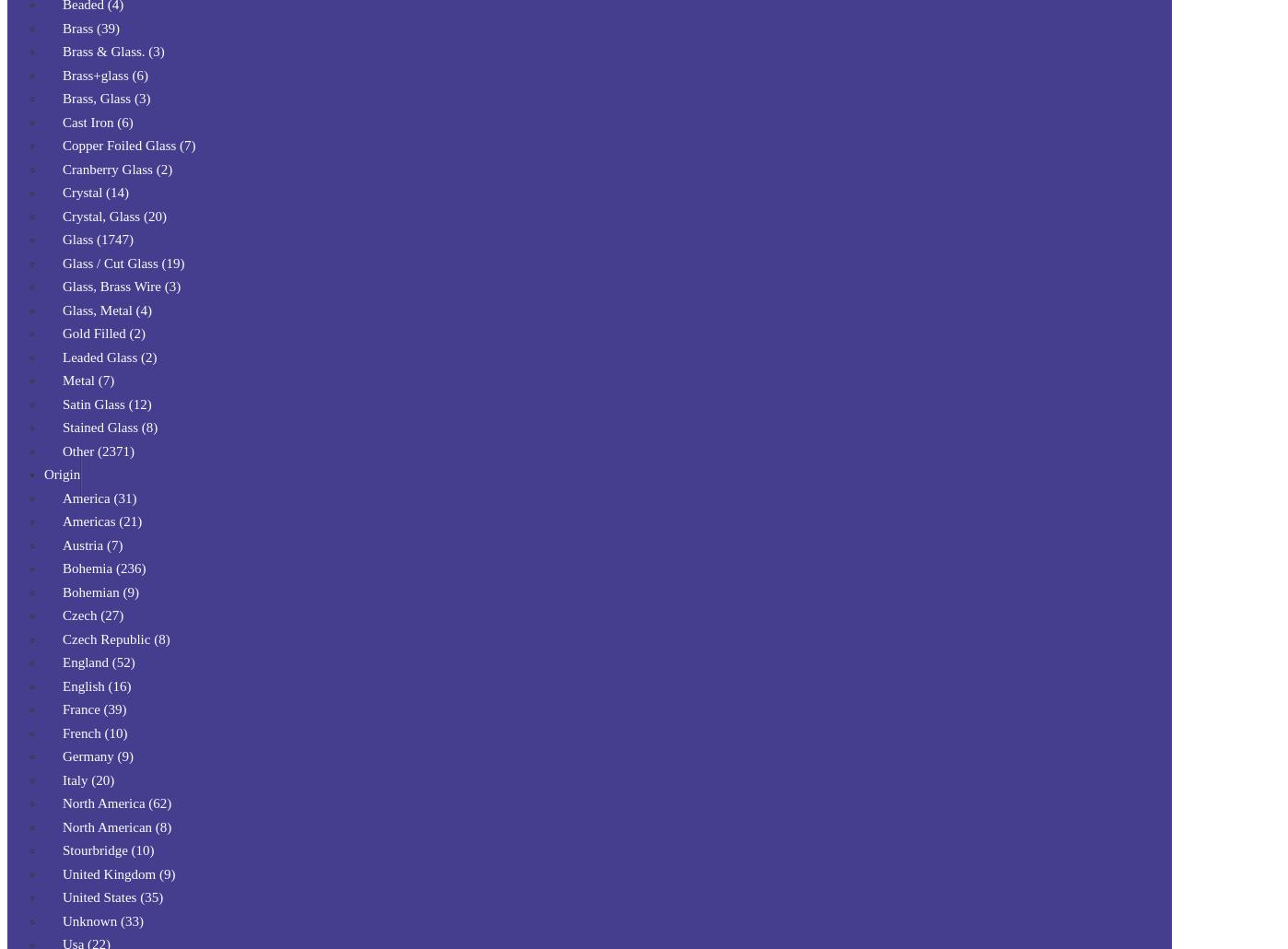  Describe the element at coordinates (107, 308) in the screenshot. I see `'Glass, Metal (4)'` at that location.